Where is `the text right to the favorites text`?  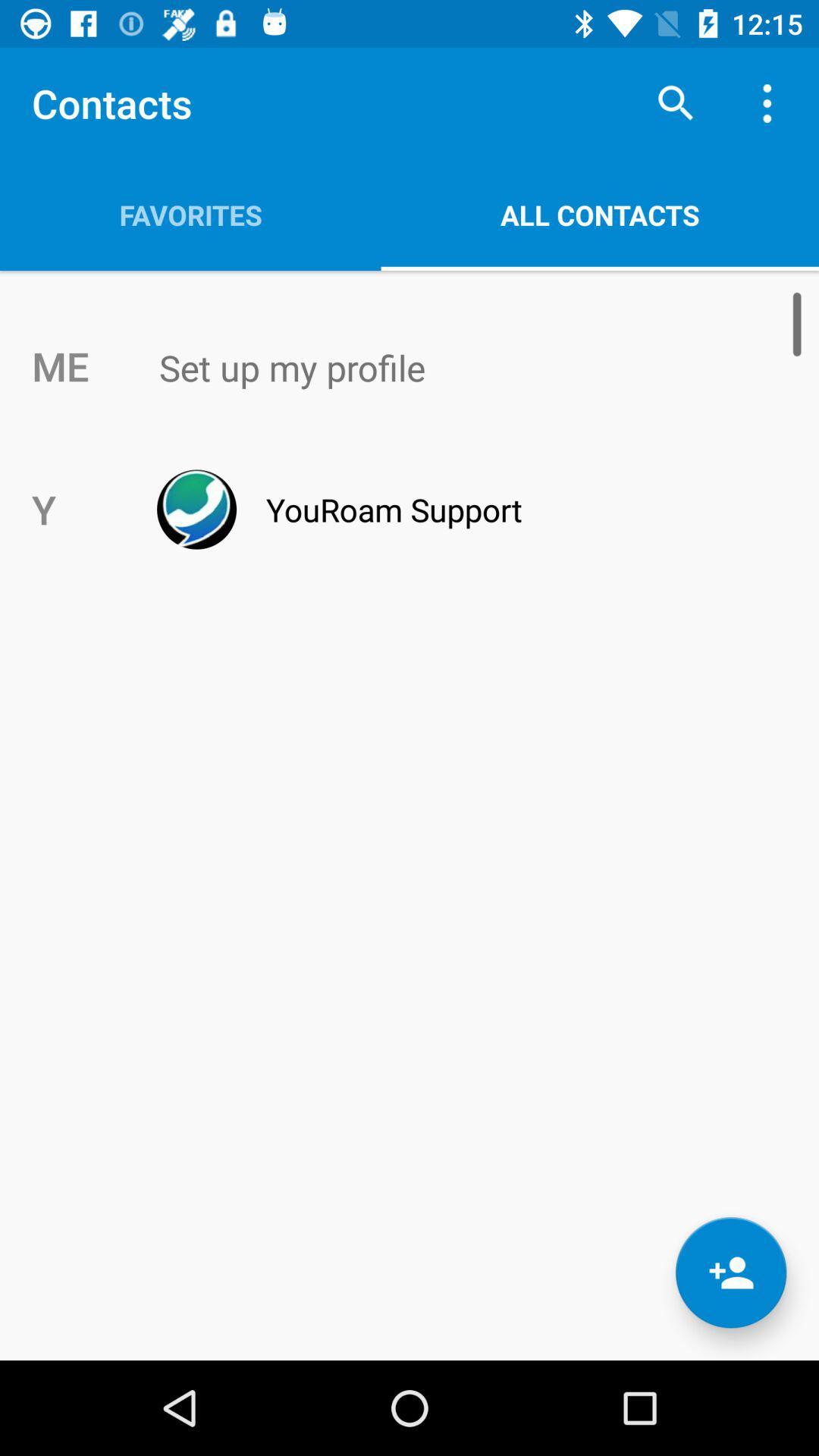
the text right to the favorites text is located at coordinates (599, 214).